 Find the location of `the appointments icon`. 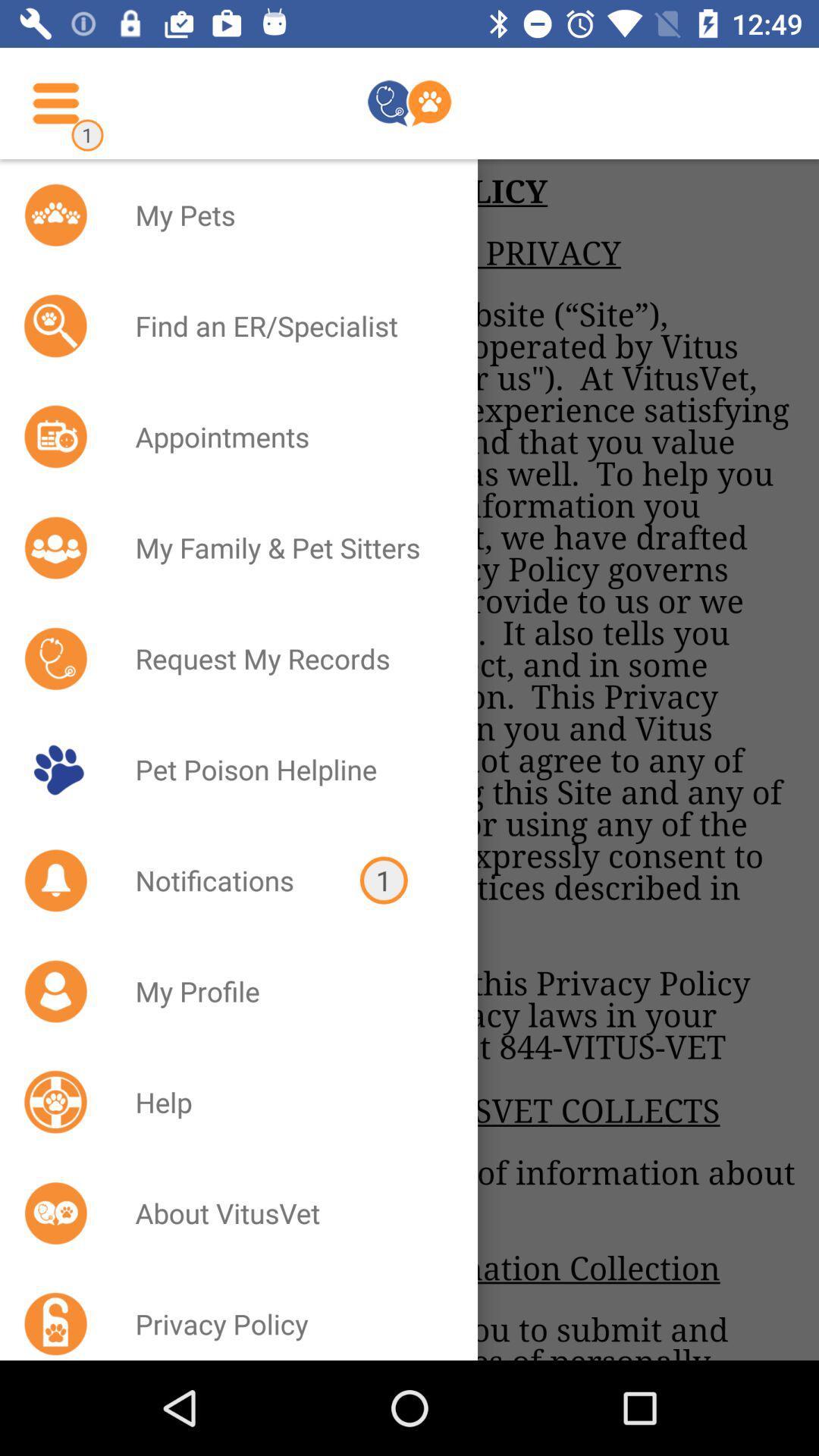

the appointments icon is located at coordinates (287, 436).